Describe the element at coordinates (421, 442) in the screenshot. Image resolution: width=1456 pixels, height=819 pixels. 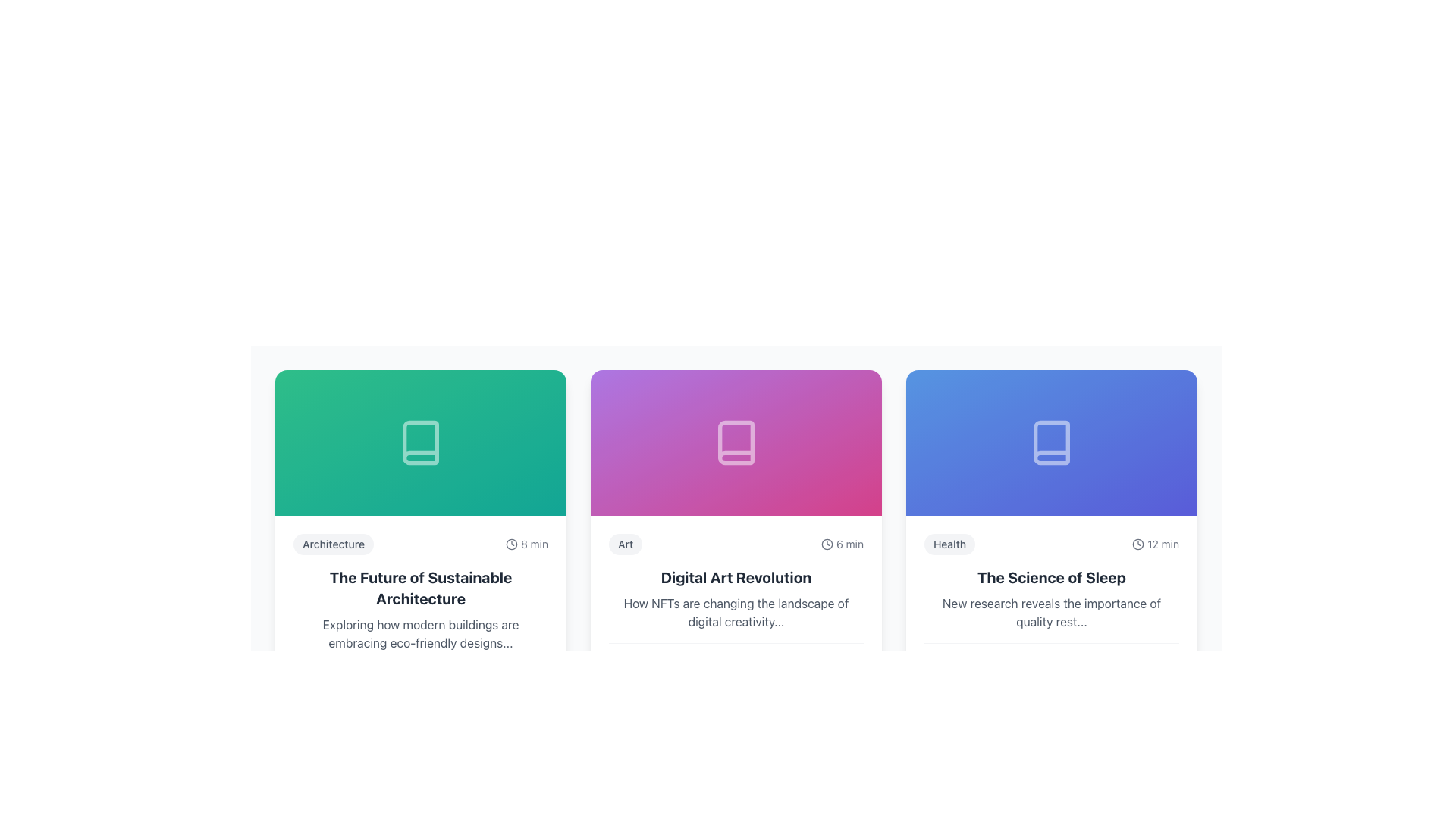
I see `the Decorative Section at the top of the card that represents the content category, which is located above the text 'The Future of Sustainable Architecture' and the category 'Architecture'` at that location.